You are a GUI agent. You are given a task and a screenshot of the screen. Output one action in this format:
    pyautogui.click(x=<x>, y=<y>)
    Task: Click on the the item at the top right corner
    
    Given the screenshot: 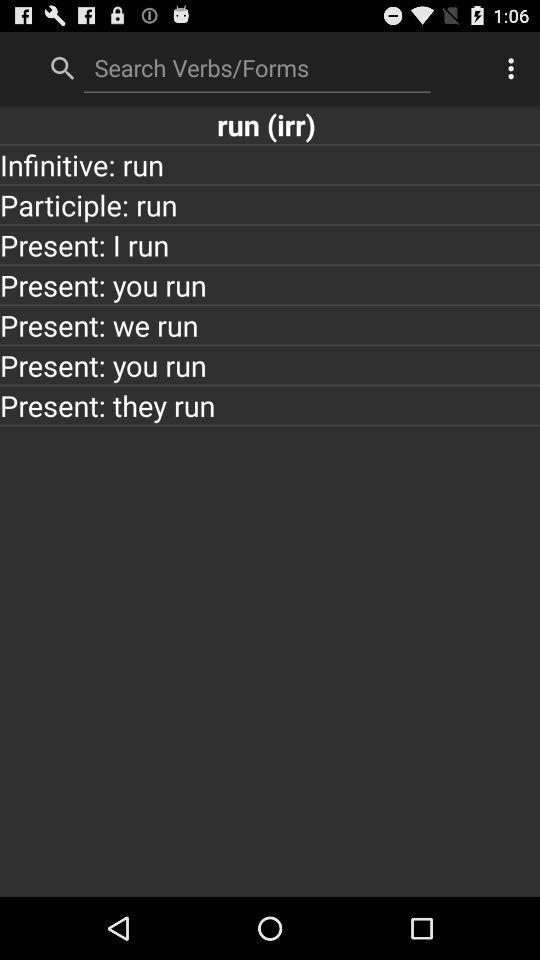 What is the action you would take?
    pyautogui.click(x=513, y=68)
    